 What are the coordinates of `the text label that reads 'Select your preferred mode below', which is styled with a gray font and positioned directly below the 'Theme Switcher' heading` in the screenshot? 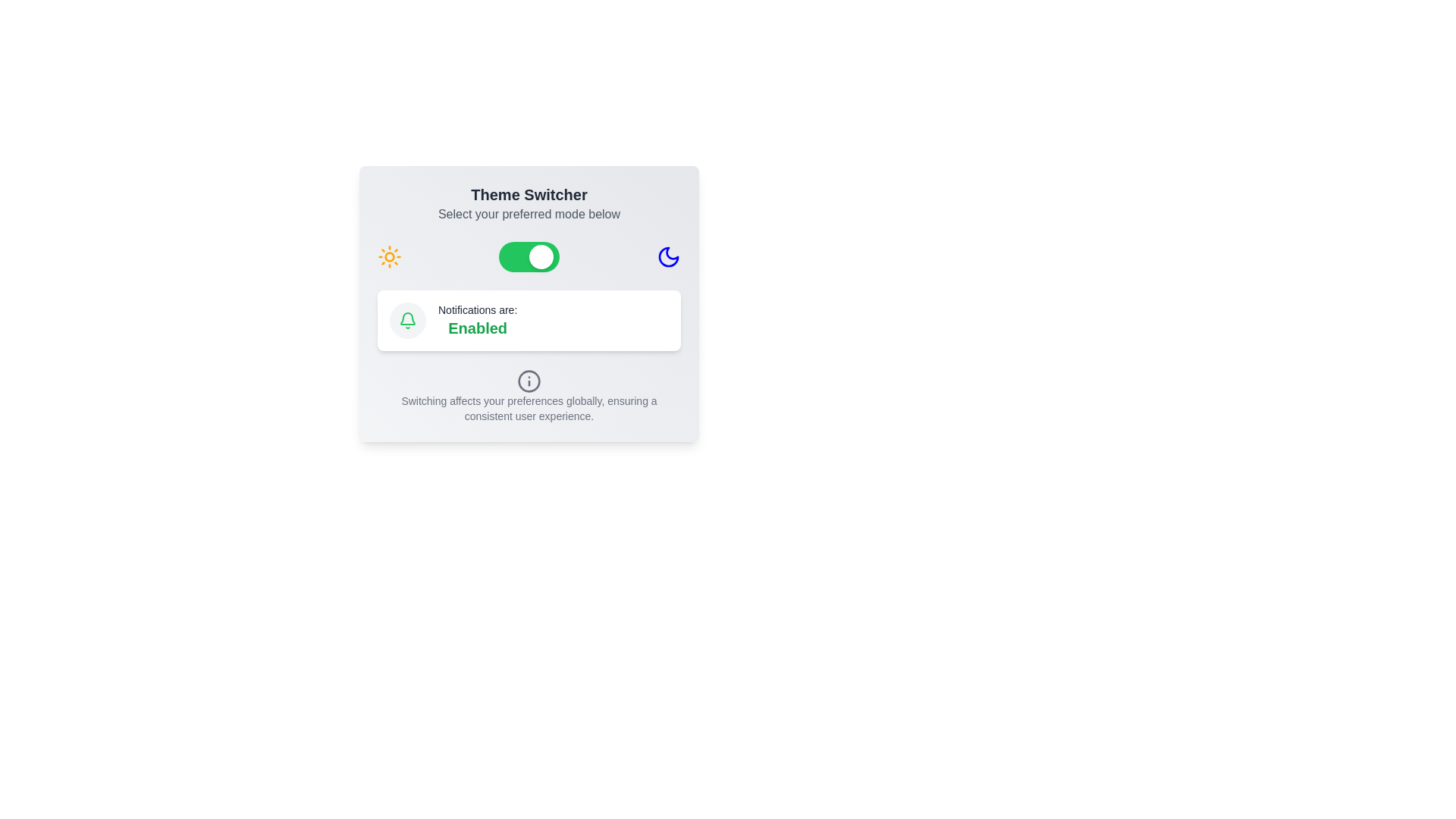 It's located at (529, 214).